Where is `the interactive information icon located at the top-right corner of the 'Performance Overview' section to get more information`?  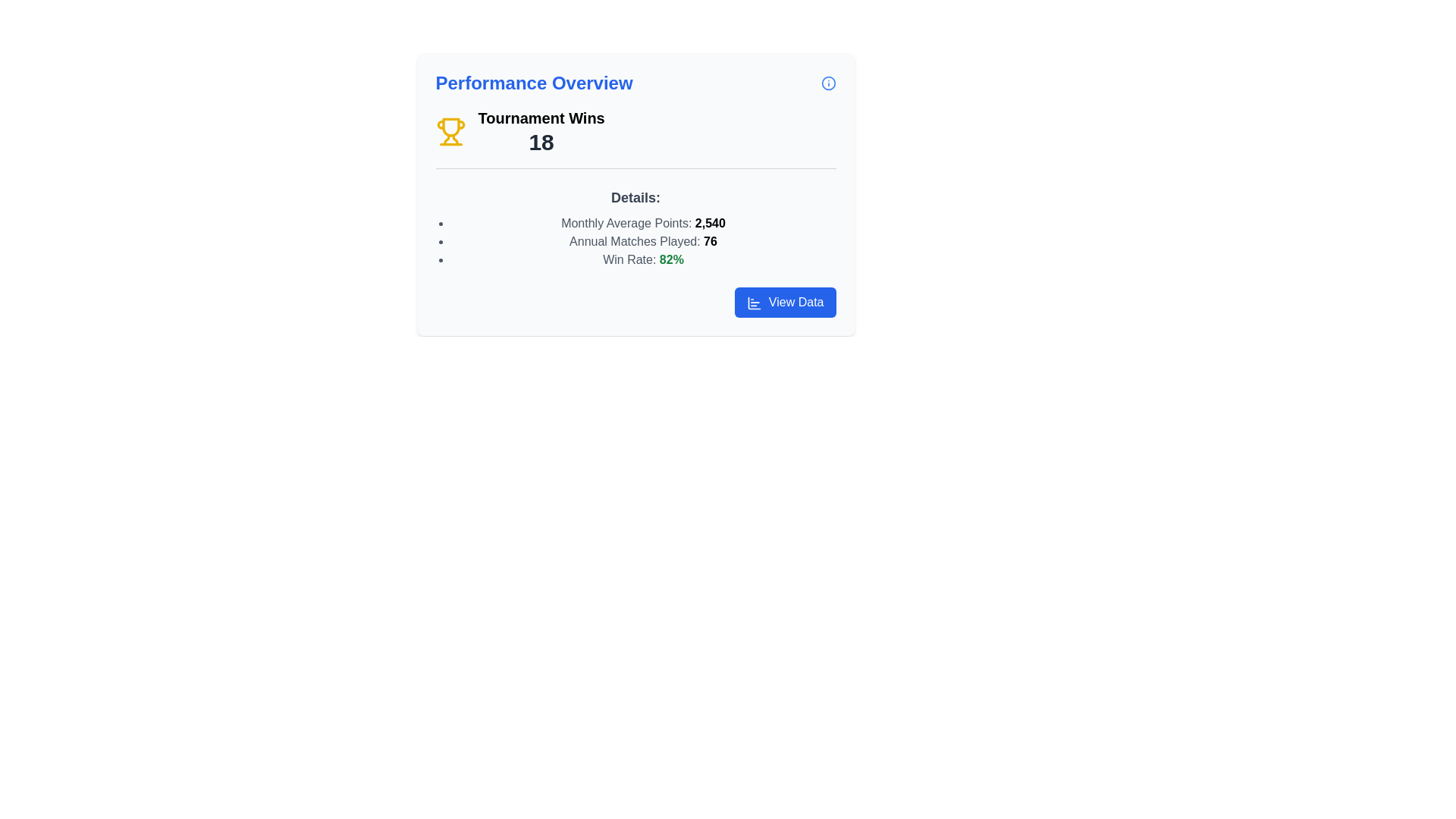
the interactive information icon located at the top-right corner of the 'Performance Overview' section to get more information is located at coordinates (827, 83).